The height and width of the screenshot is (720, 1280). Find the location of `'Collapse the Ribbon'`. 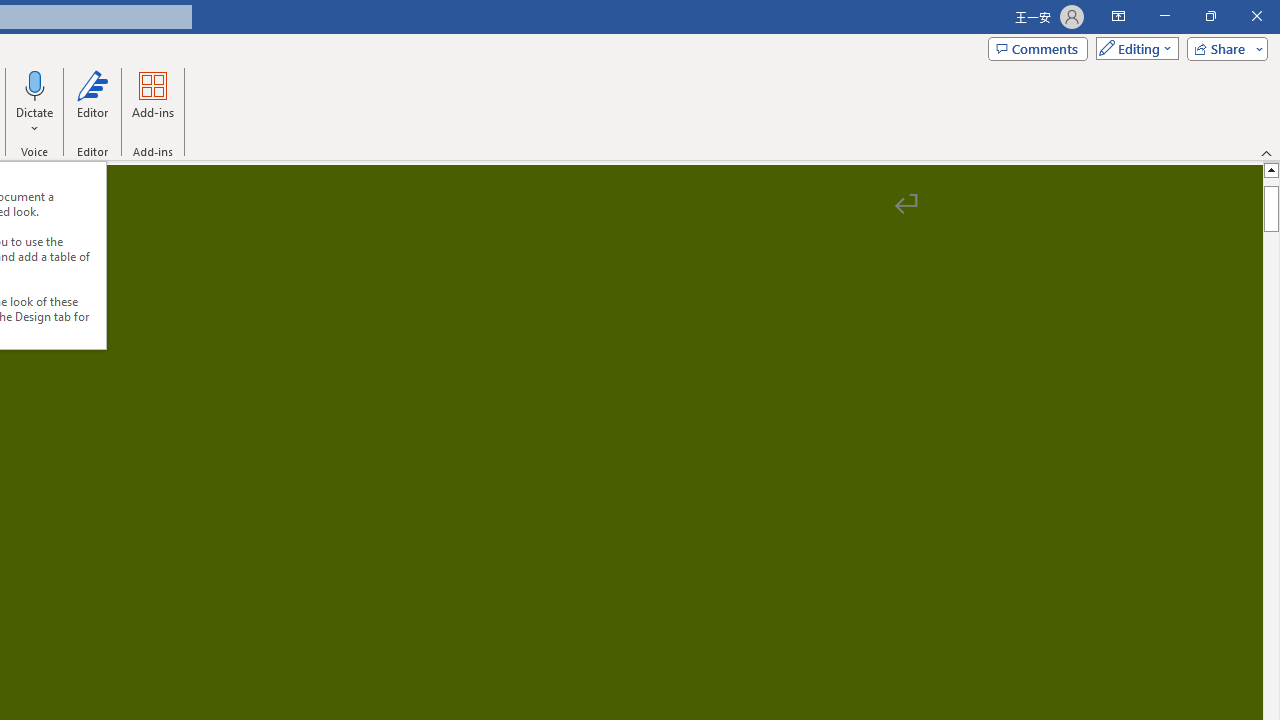

'Collapse the Ribbon' is located at coordinates (1266, 152).